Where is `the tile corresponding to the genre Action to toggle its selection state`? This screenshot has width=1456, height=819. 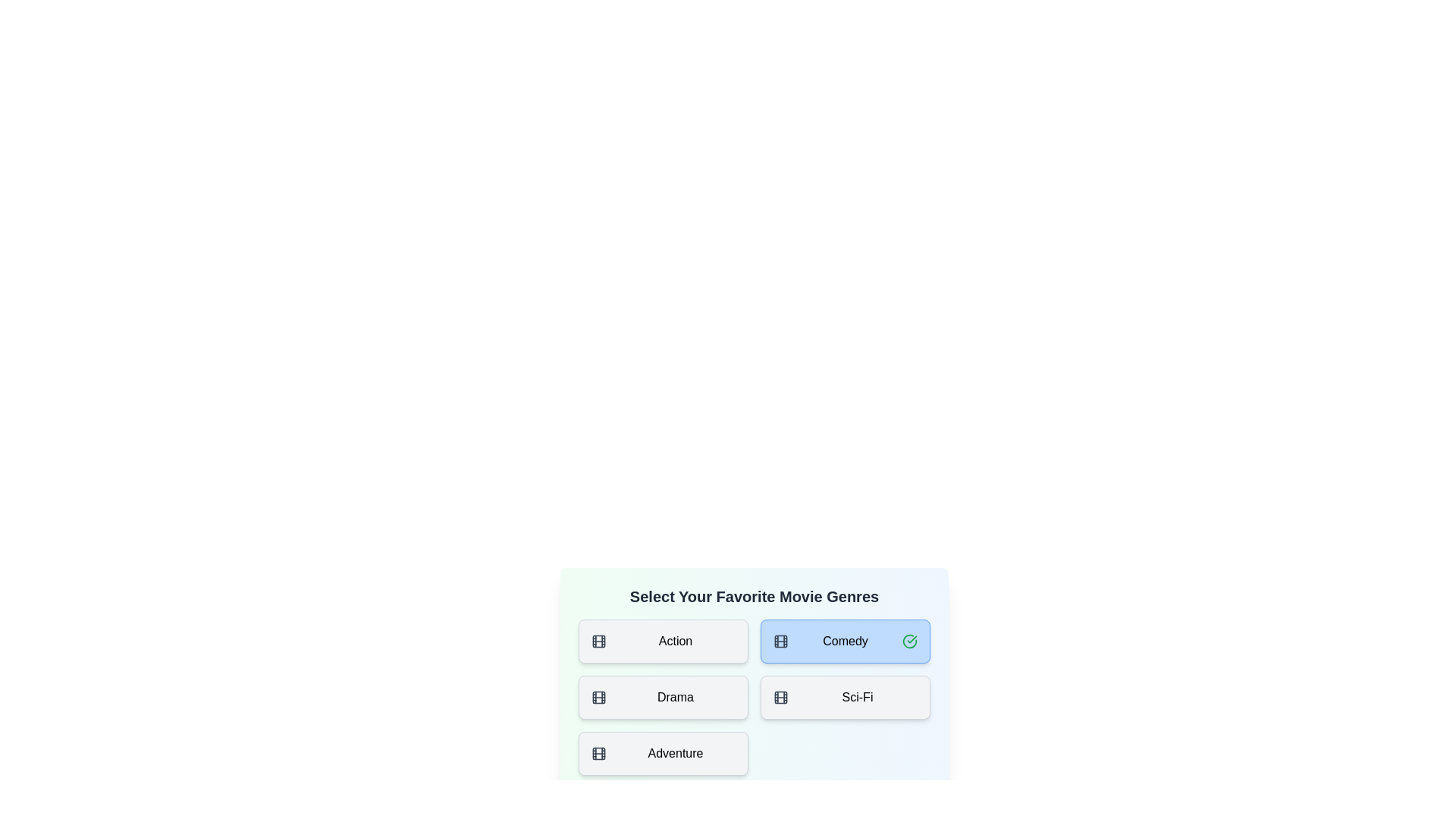
the tile corresponding to the genre Action to toggle its selection state is located at coordinates (663, 641).